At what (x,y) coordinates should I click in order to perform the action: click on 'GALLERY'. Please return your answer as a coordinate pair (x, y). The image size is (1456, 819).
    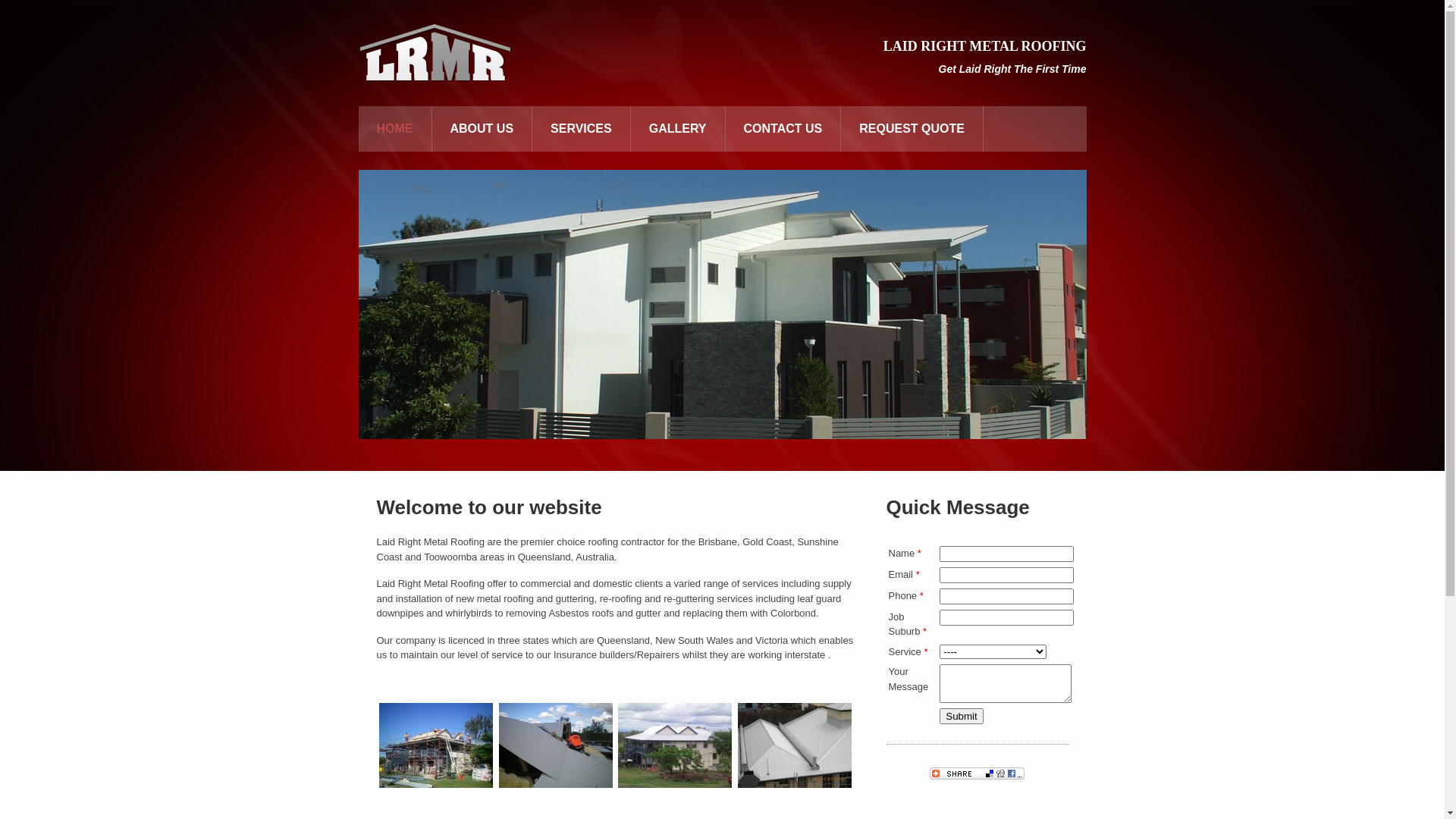
    Looking at the image, I should click on (676, 127).